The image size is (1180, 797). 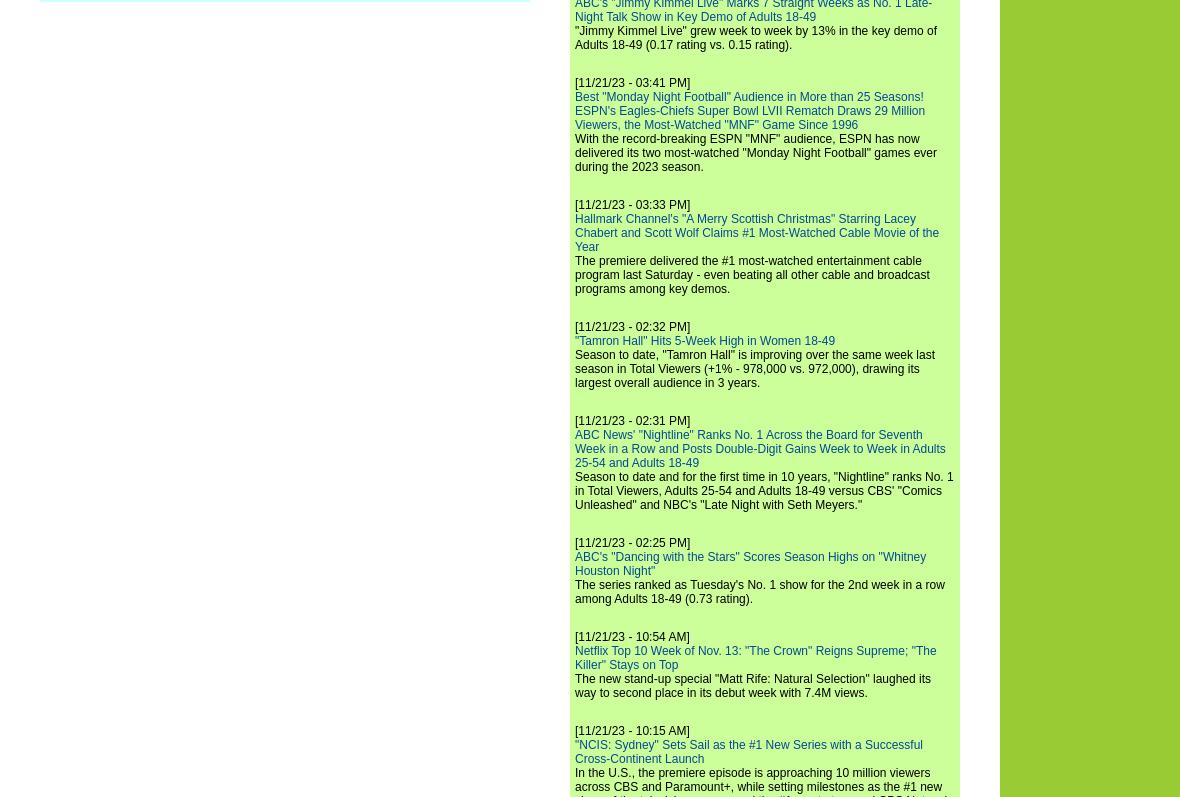 What do you see at coordinates (631, 81) in the screenshot?
I see `'[11/21/23 - 03:41 PM]'` at bounding box center [631, 81].